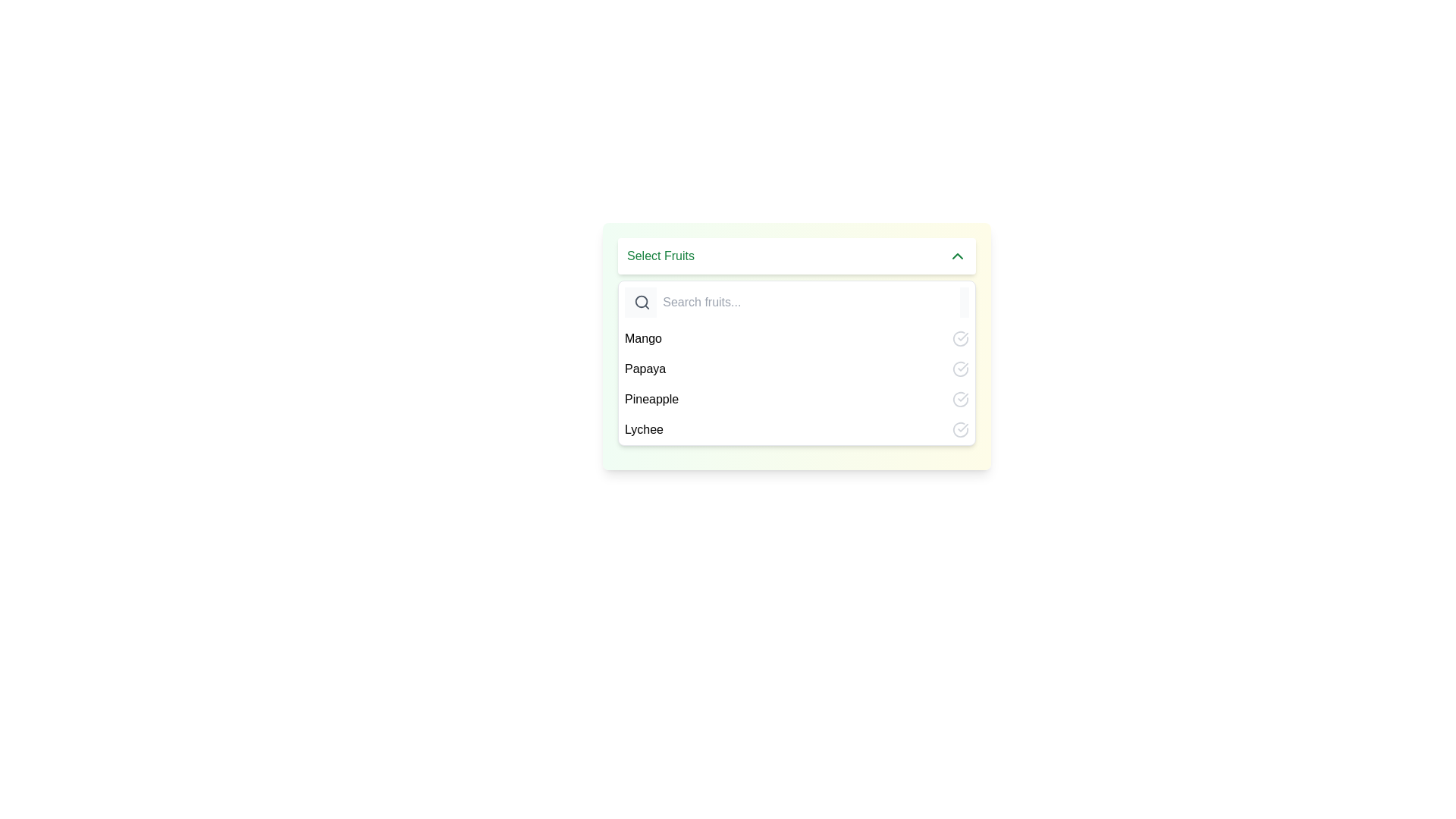 Image resolution: width=1456 pixels, height=819 pixels. Describe the element at coordinates (796, 338) in the screenshot. I see `the first selectable list item in the dropdown menu` at that location.